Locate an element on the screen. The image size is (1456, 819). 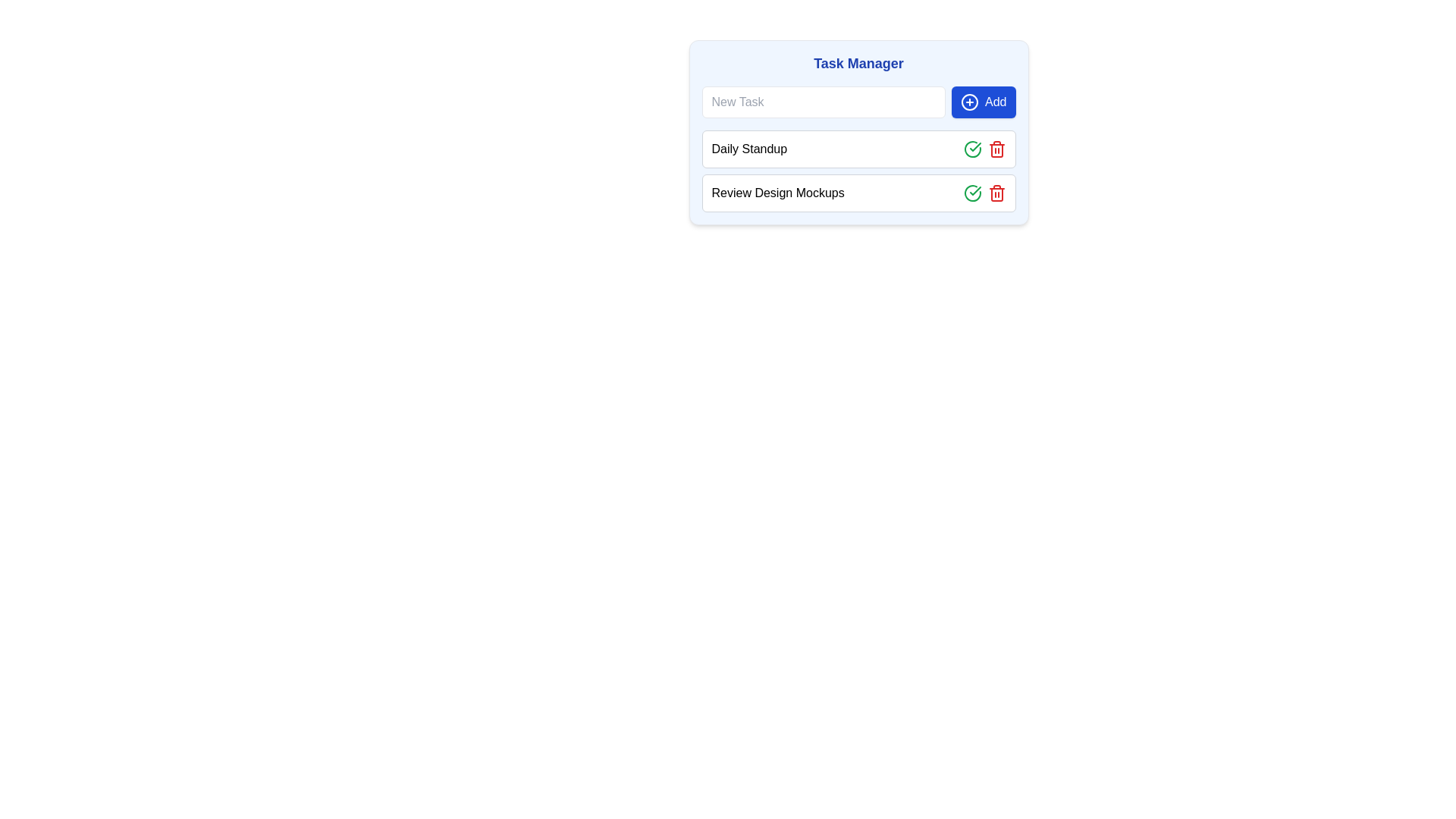
the button located in the upper-right corner of the task manager area is located at coordinates (984, 102).